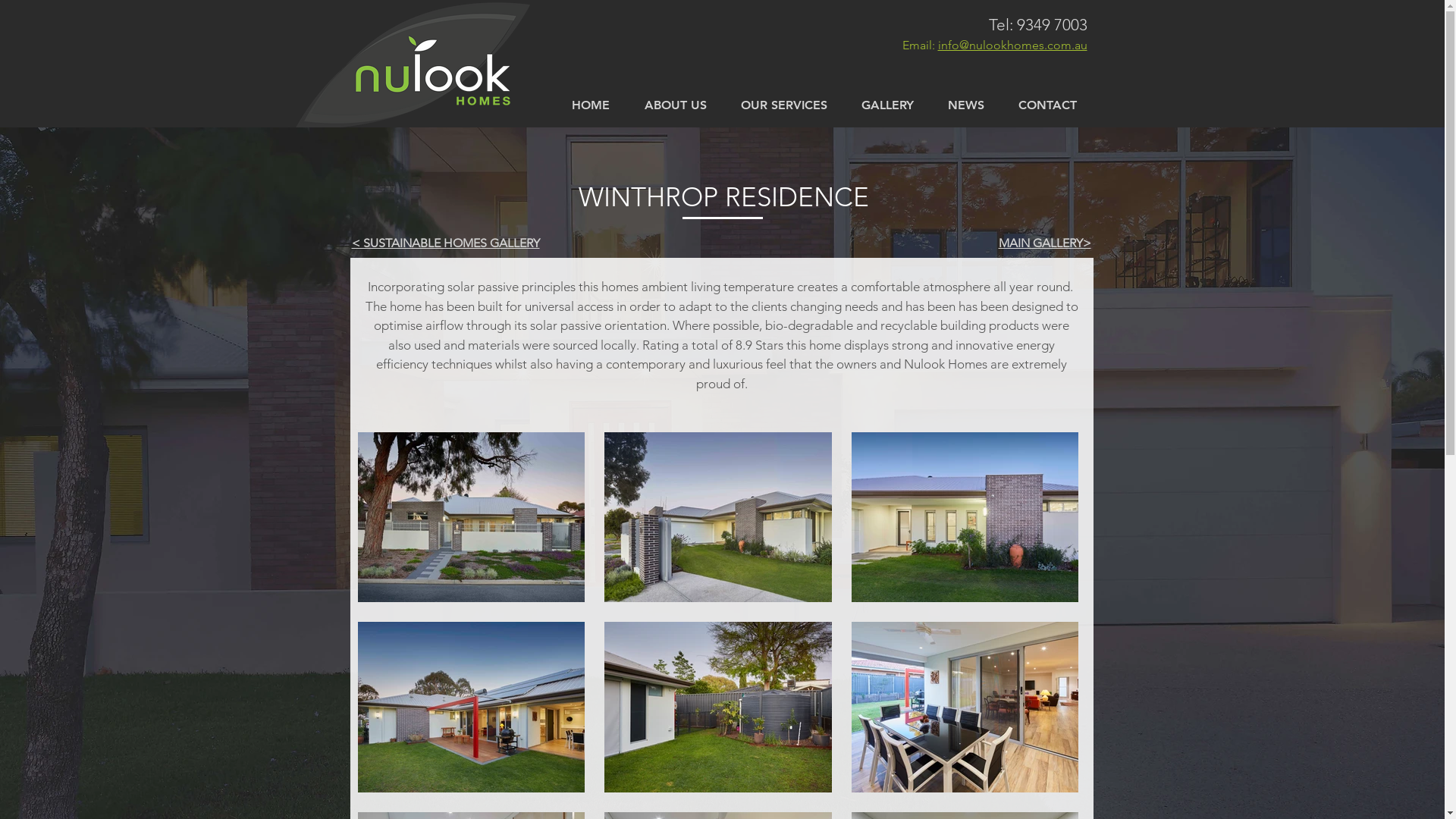 The image size is (1456, 819). Describe the element at coordinates (673, 104) in the screenshot. I see `'ABOUT US'` at that location.